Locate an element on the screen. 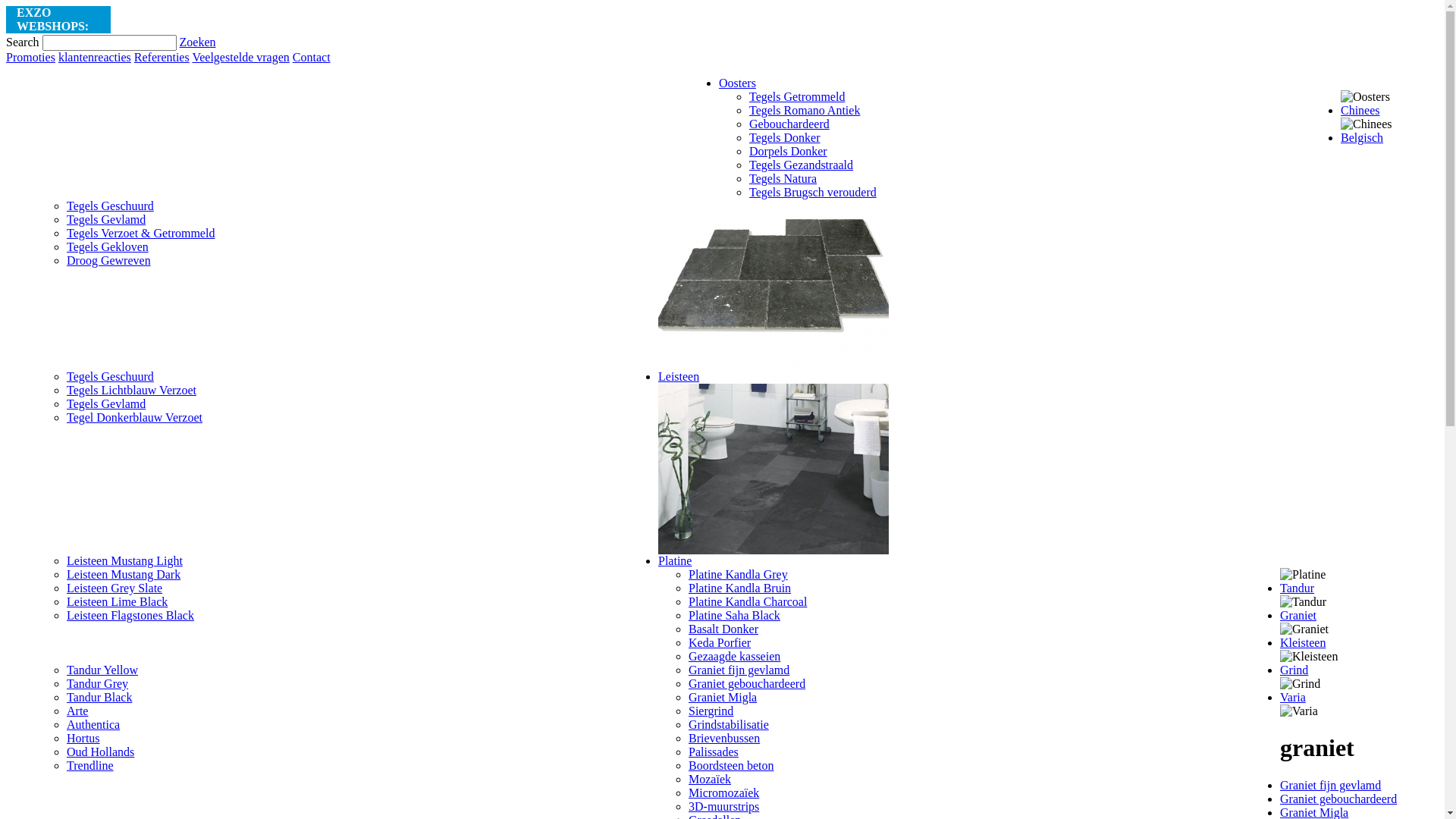 The image size is (1456, 819). 'Tegels Gevlamd' is located at coordinates (65, 403).